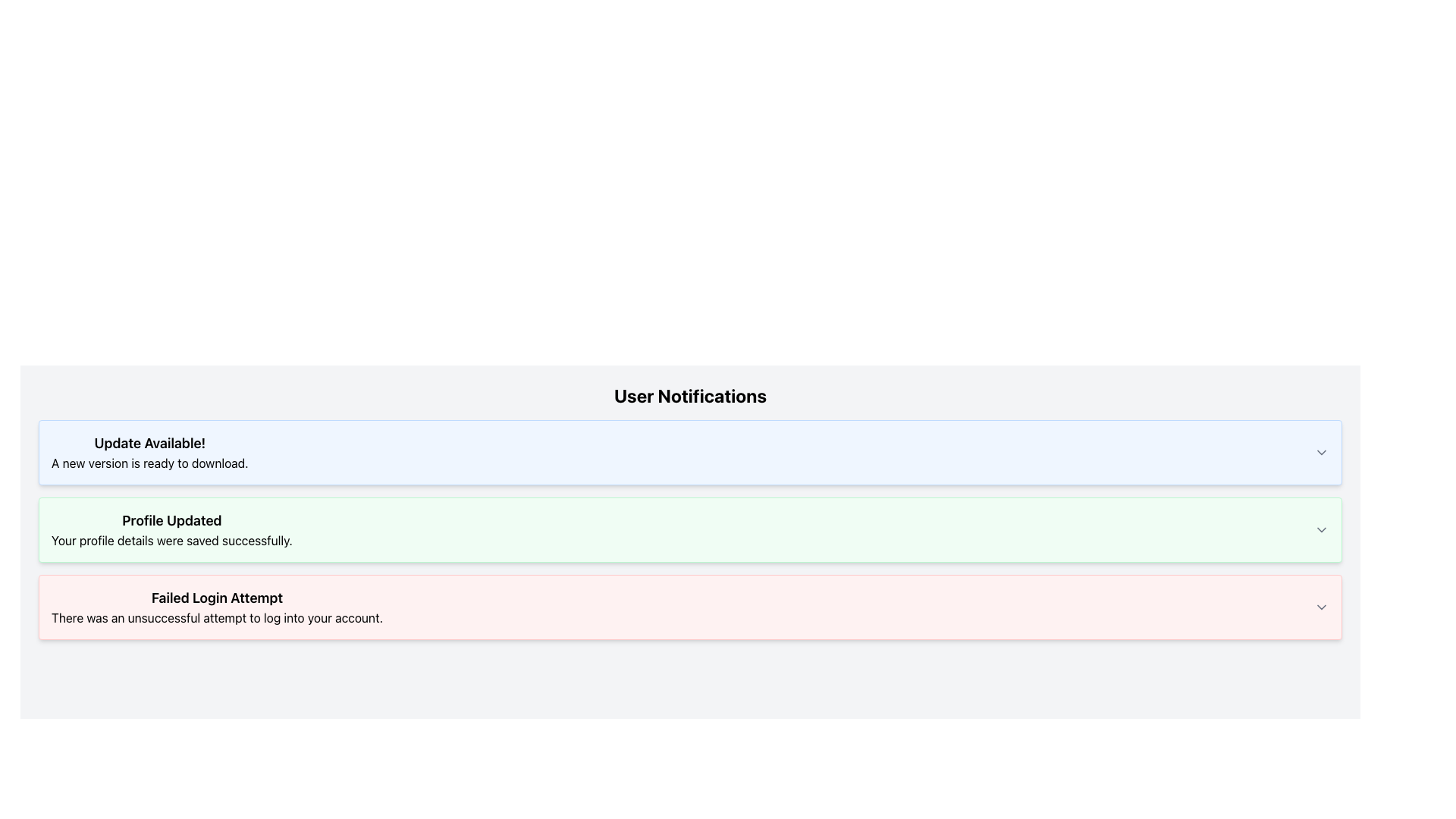 The image size is (1456, 819). What do you see at coordinates (149, 462) in the screenshot?
I see `text that says 'A new version is ready to download.' located below the heading 'Update Available!' within the first notification card` at bounding box center [149, 462].